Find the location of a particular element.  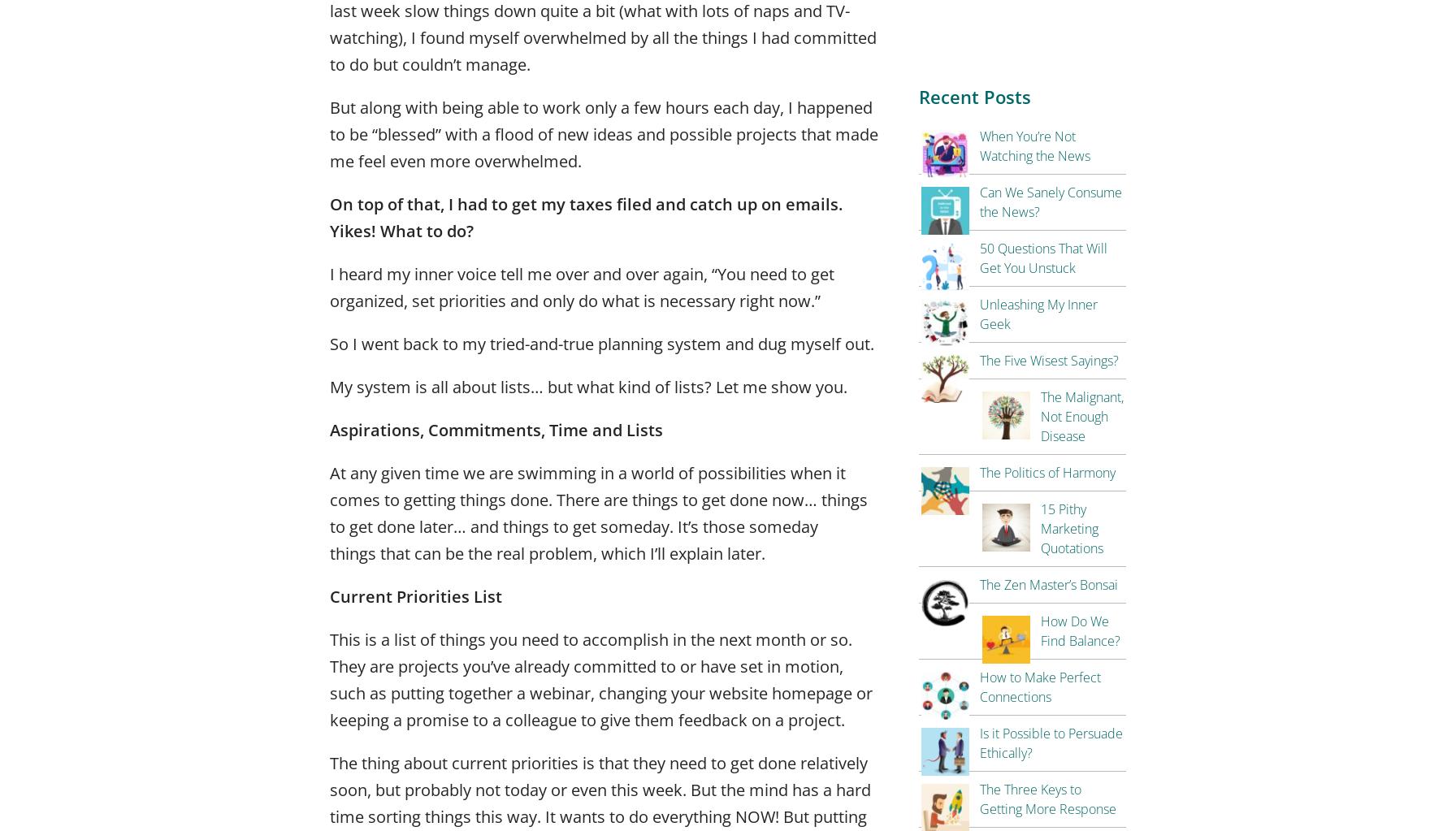

'But along with being able to work only a few hours each day, I happened to be “blessed” with a flood of new ideas and possible projects that made me feel even more overwhelmed.' is located at coordinates (604, 133).